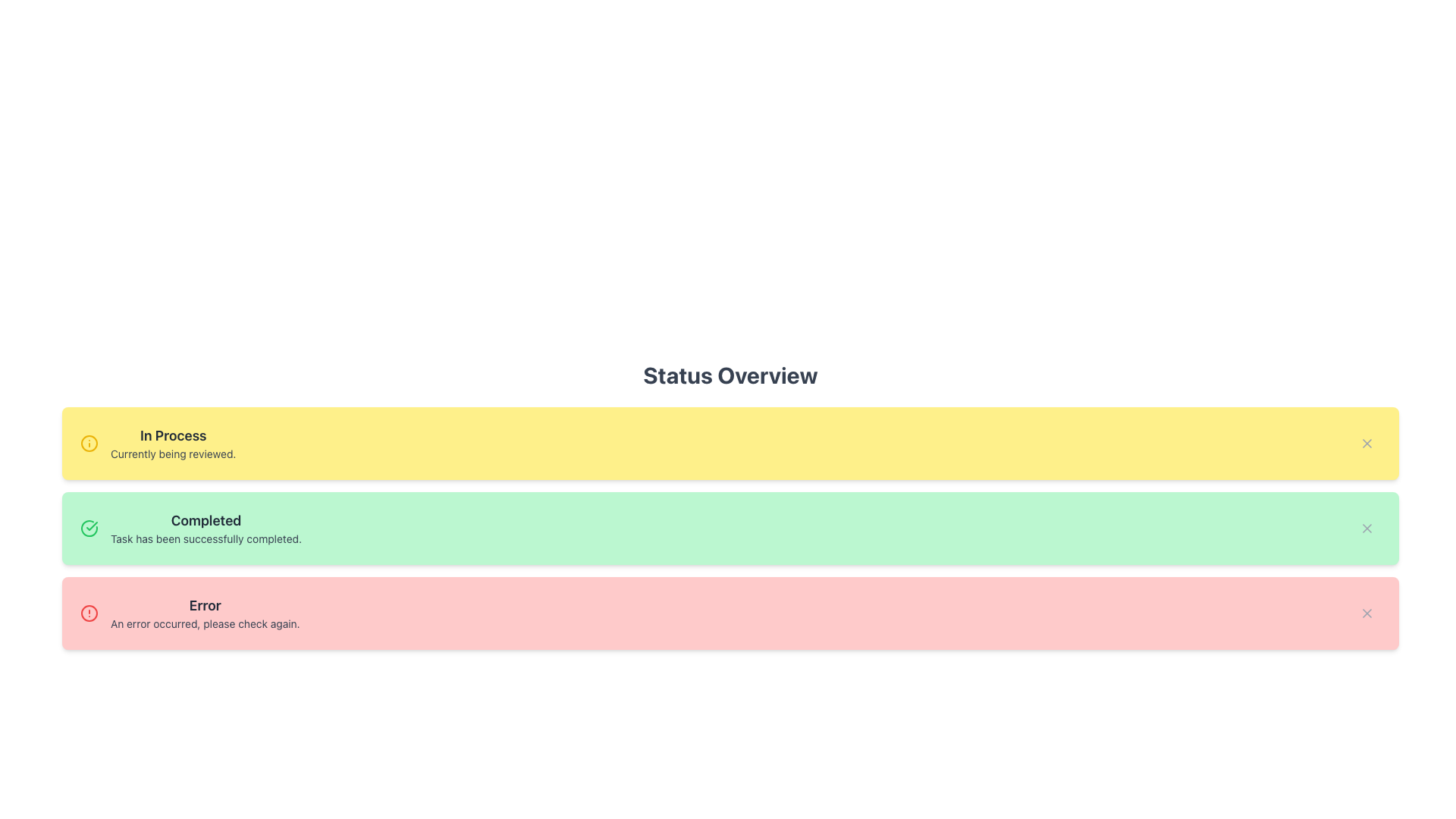 Image resolution: width=1456 pixels, height=819 pixels. Describe the element at coordinates (89, 528) in the screenshot. I see `the green circular icon with a checkmark in the center, which is part of the 'Completed' section in the vertical list of status boxes` at that location.